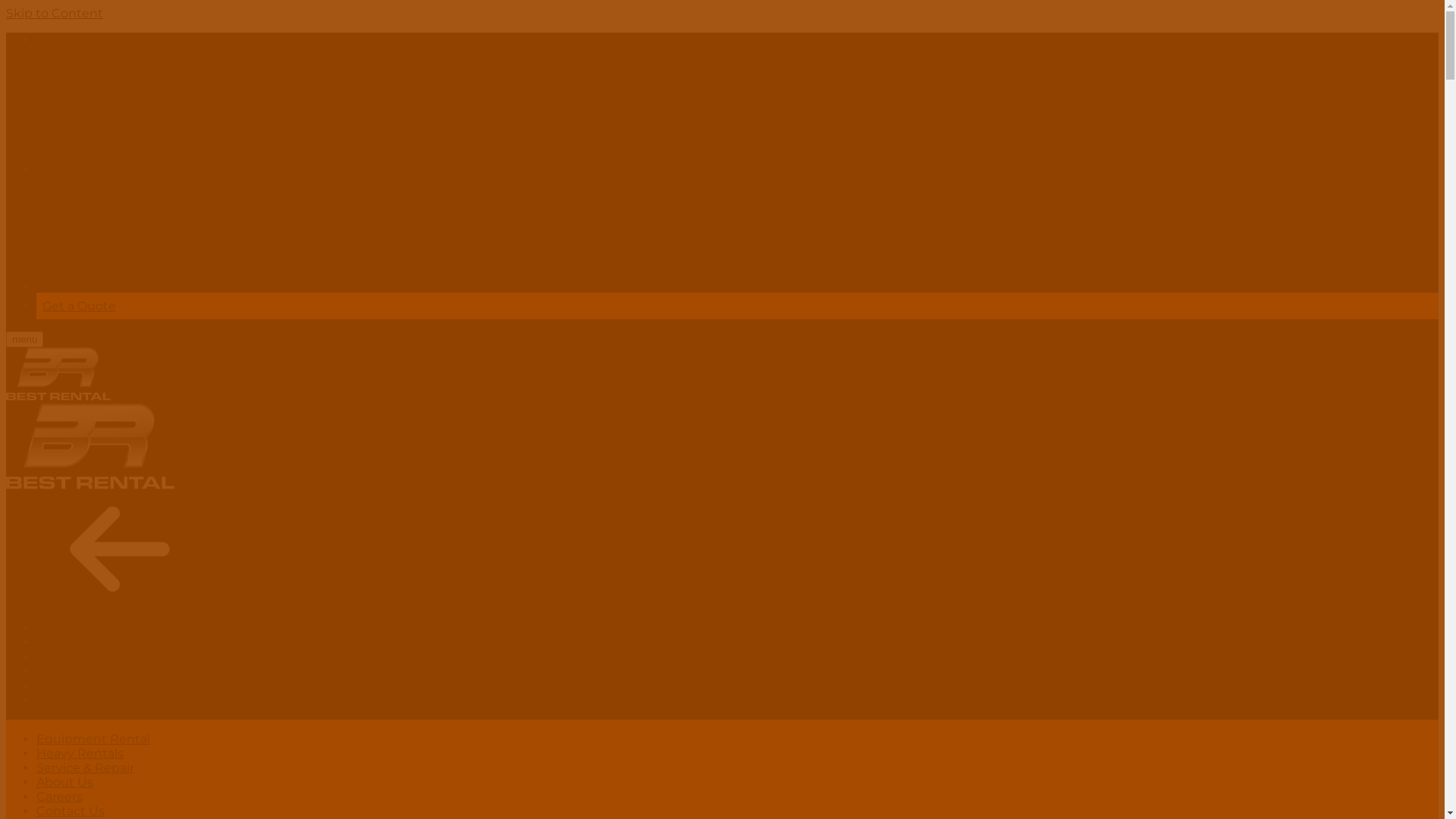 This screenshot has height=819, width=1456. Describe the element at coordinates (55, 13) in the screenshot. I see `'Skip to Content'` at that location.